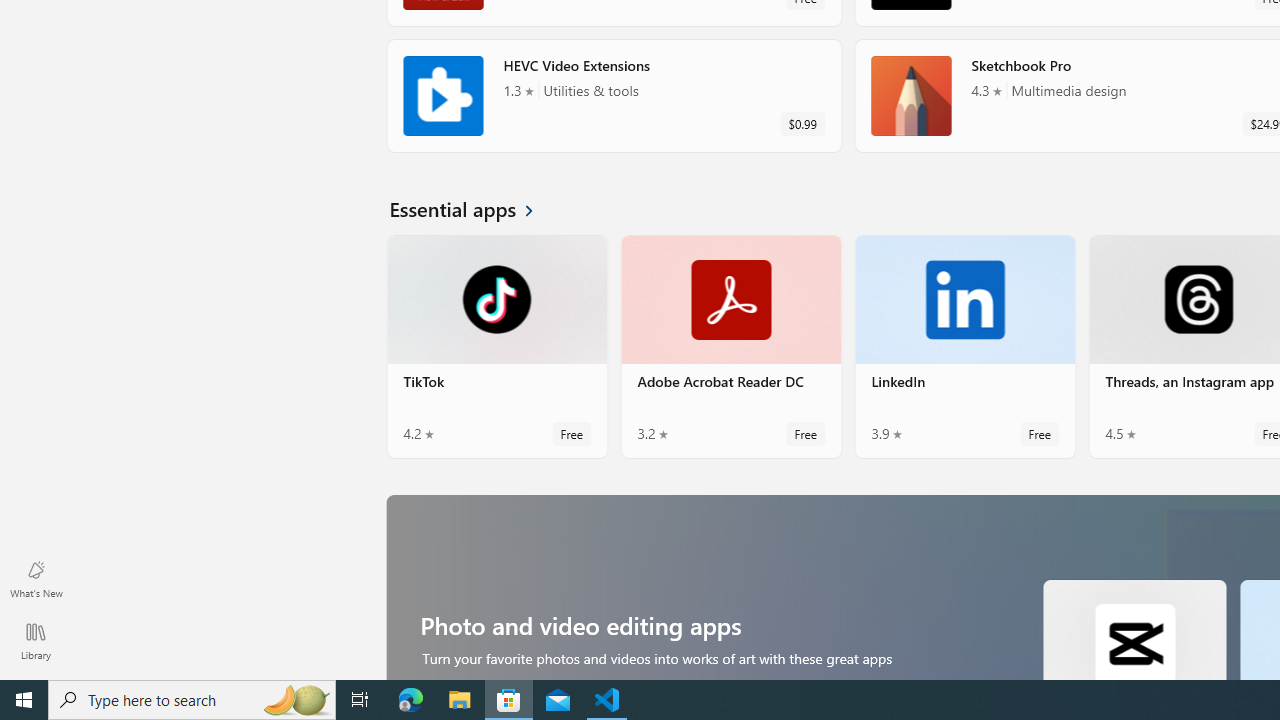 This screenshot has width=1280, height=720. Describe the element at coordinates (35, 640) in the screenshot. I see `'Library'` at that location.